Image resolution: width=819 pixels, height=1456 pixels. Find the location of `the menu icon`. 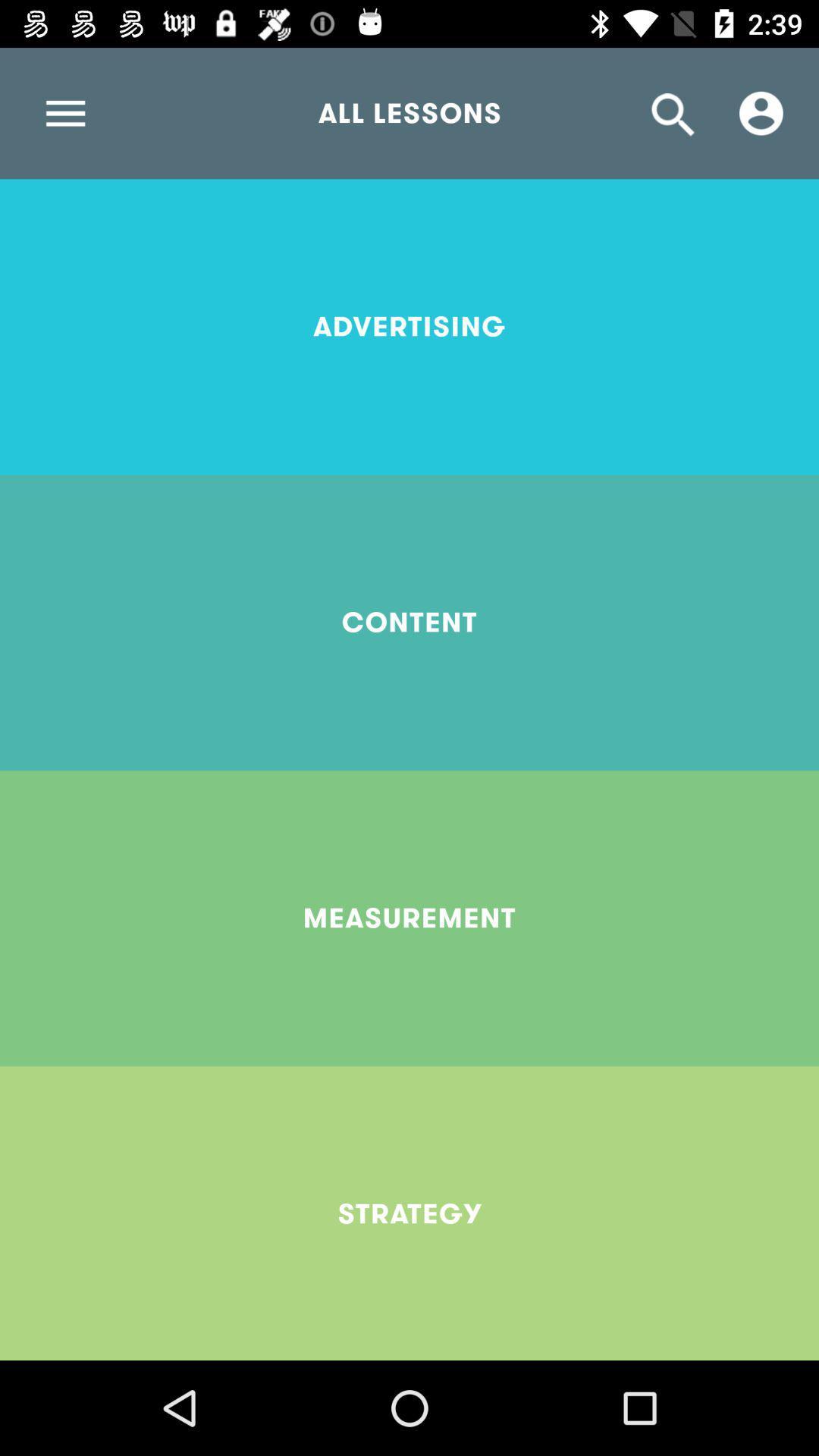

the menu icon is located at coordinates (64, 112).